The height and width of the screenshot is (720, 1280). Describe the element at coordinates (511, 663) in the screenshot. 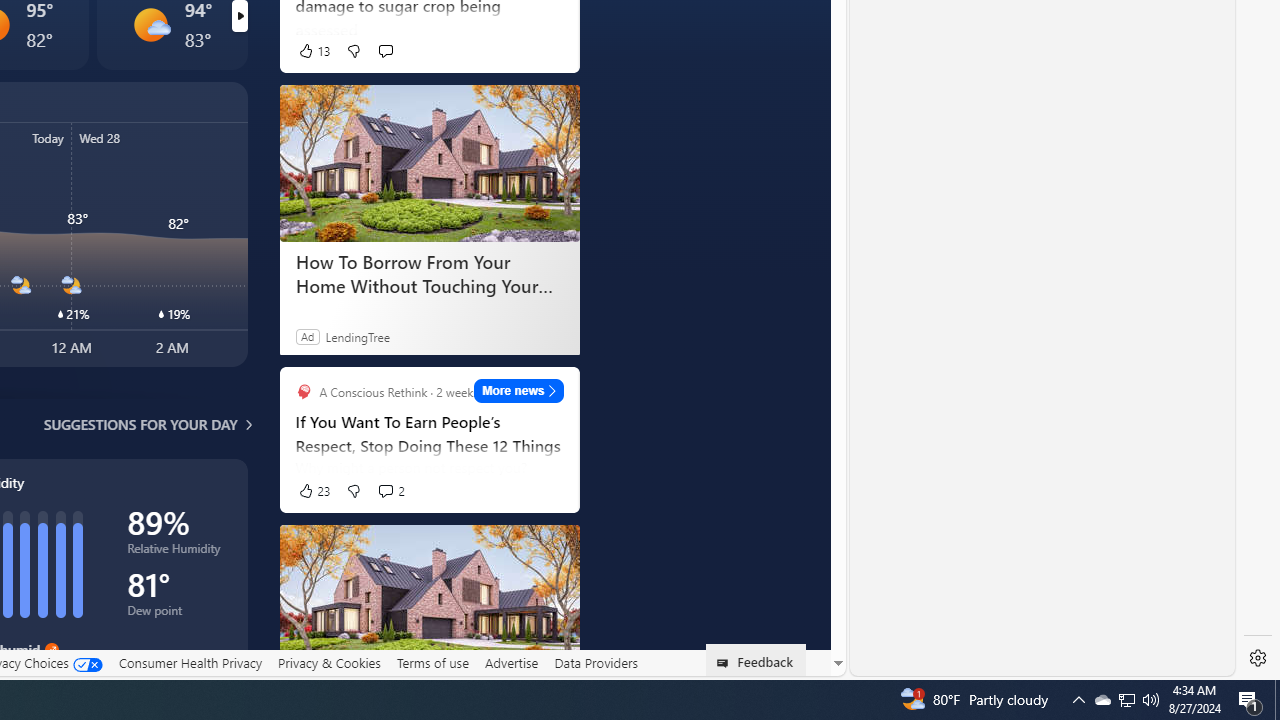

I see `'Advertise'` at that location.